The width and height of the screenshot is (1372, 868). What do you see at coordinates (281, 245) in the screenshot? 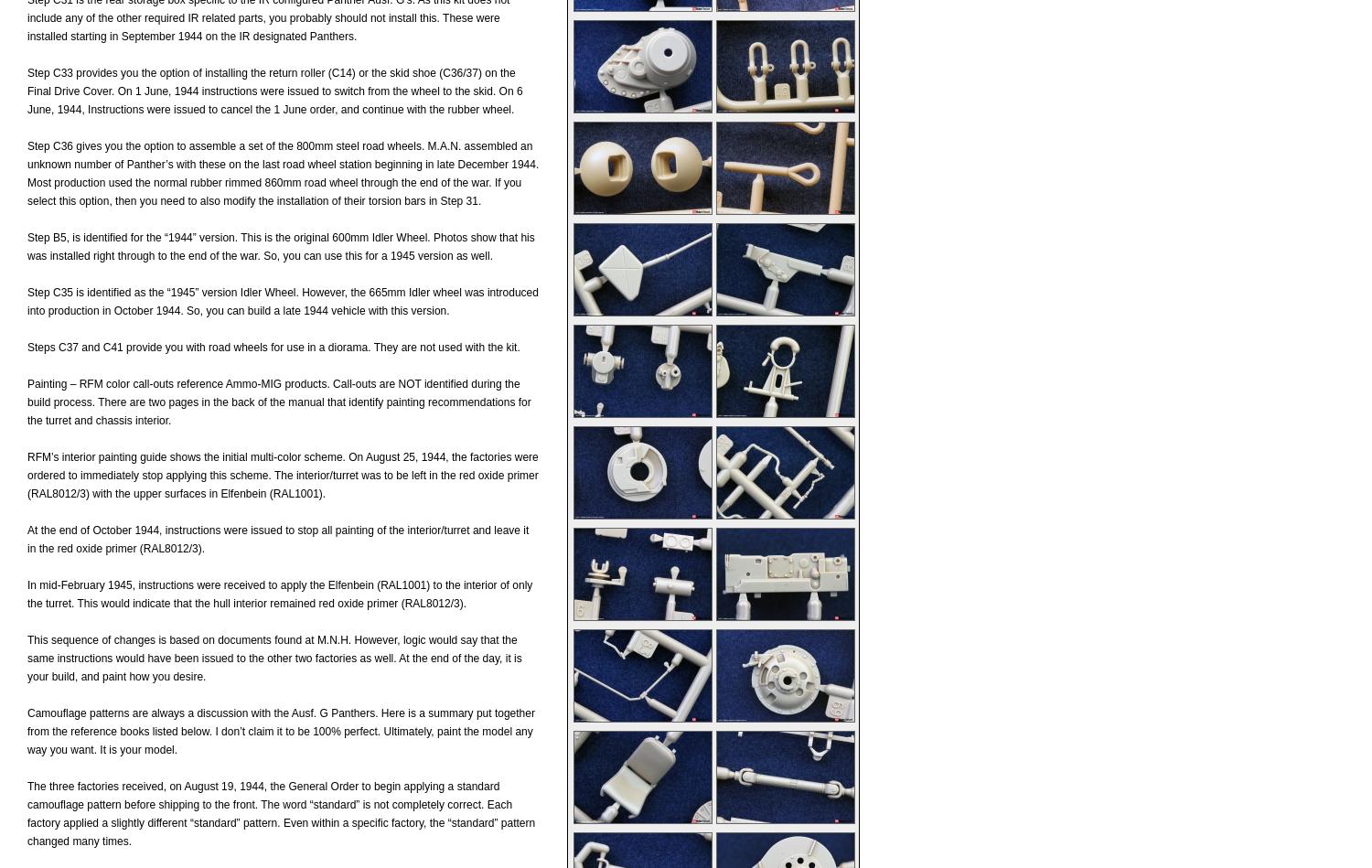
I see `'Step B5, is identified for the “1944” version. This is the original 600mm Idler Wheel. Photos show that his was installed right through to the end of the war. So, you can use this for a 1945 version as well.'` at bounding box center [281, 245].